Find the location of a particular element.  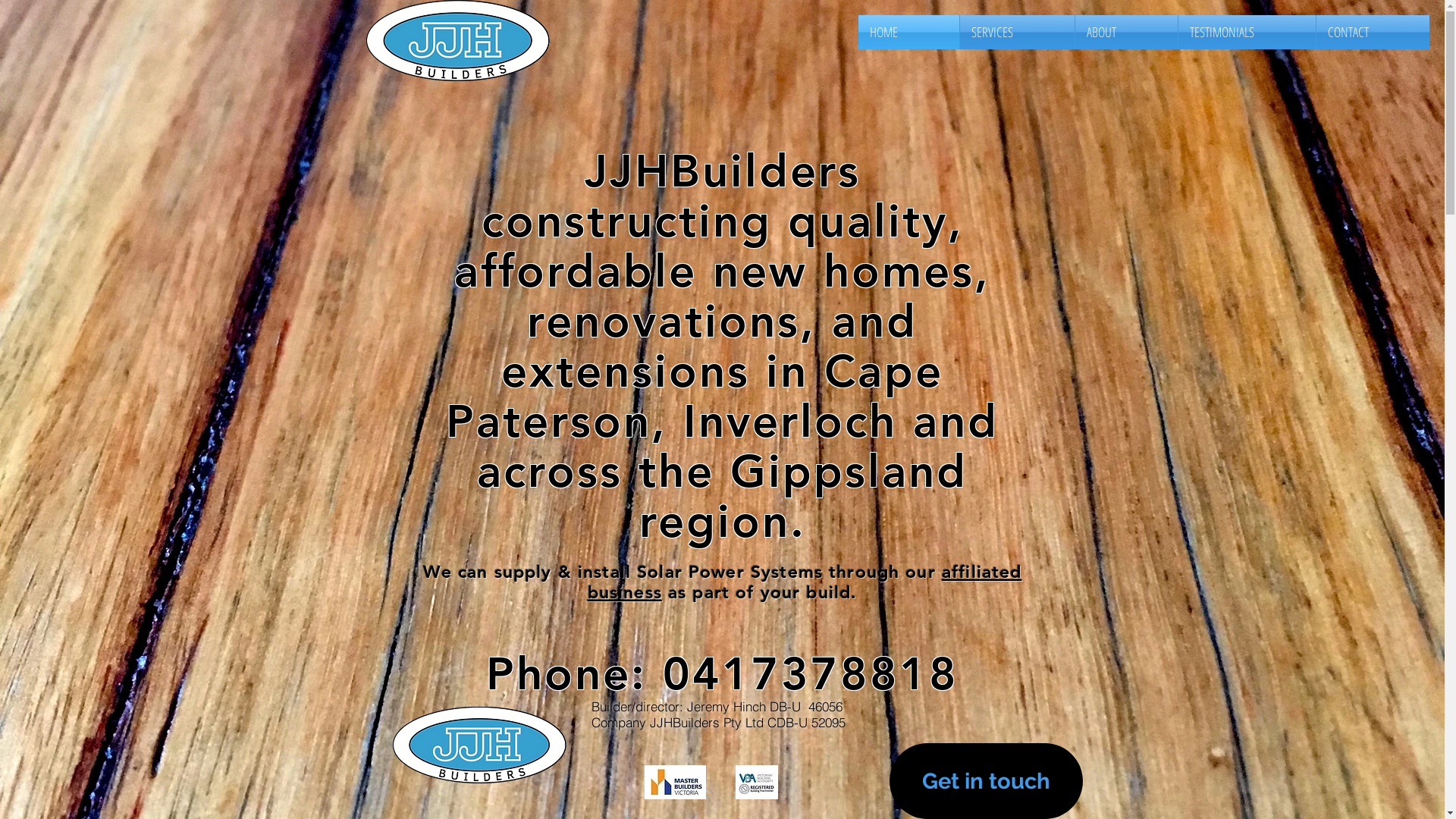

'HOME' is located at coordinates (858, 32).